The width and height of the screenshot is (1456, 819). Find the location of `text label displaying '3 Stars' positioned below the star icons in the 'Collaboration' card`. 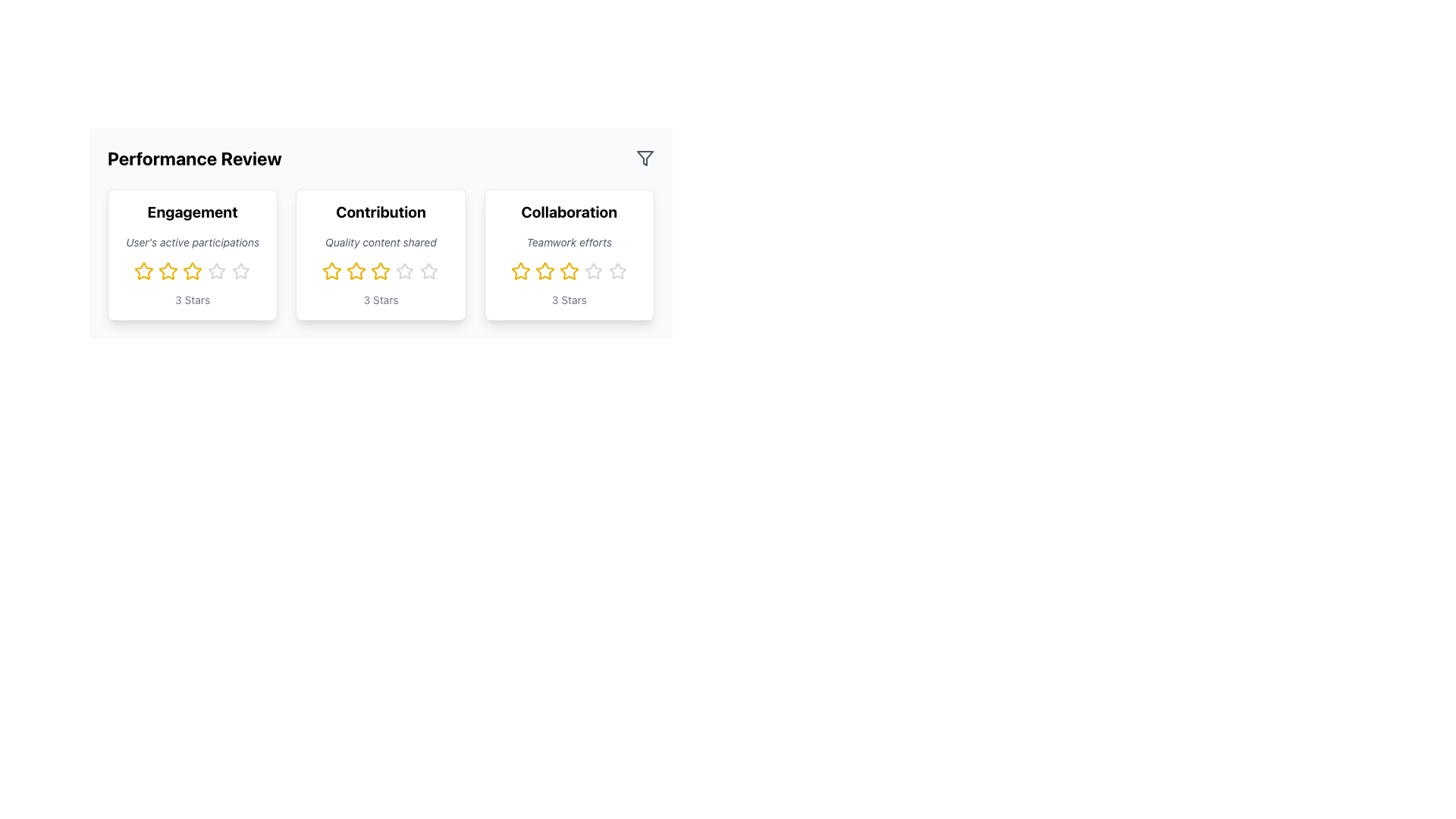

text label displaying '3 Stars' positioned below the star icons in the 'Collaboration' card is located at coordinates (568, 300).